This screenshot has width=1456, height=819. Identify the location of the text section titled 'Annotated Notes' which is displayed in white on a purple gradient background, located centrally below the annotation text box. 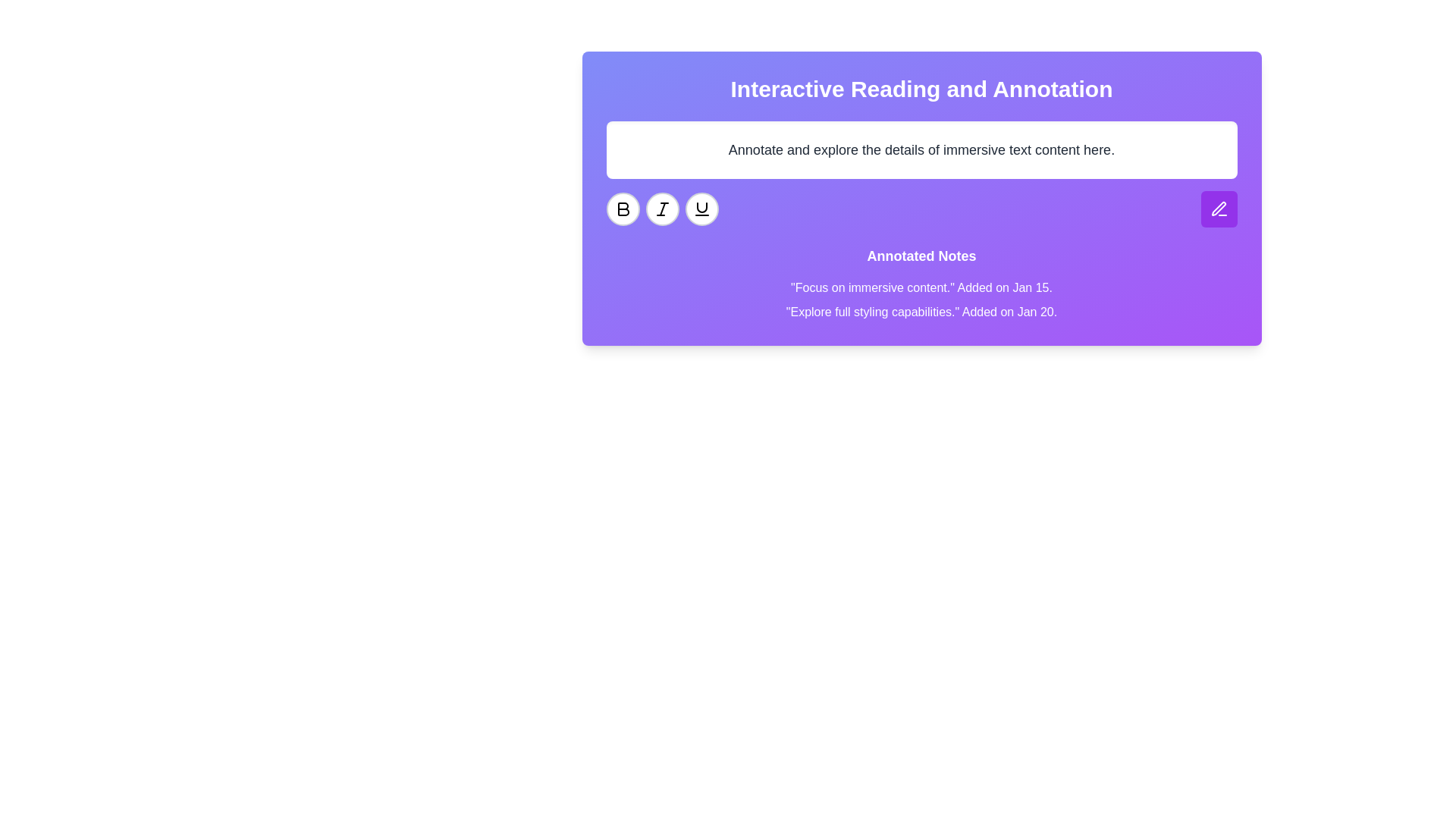
(921, 284).